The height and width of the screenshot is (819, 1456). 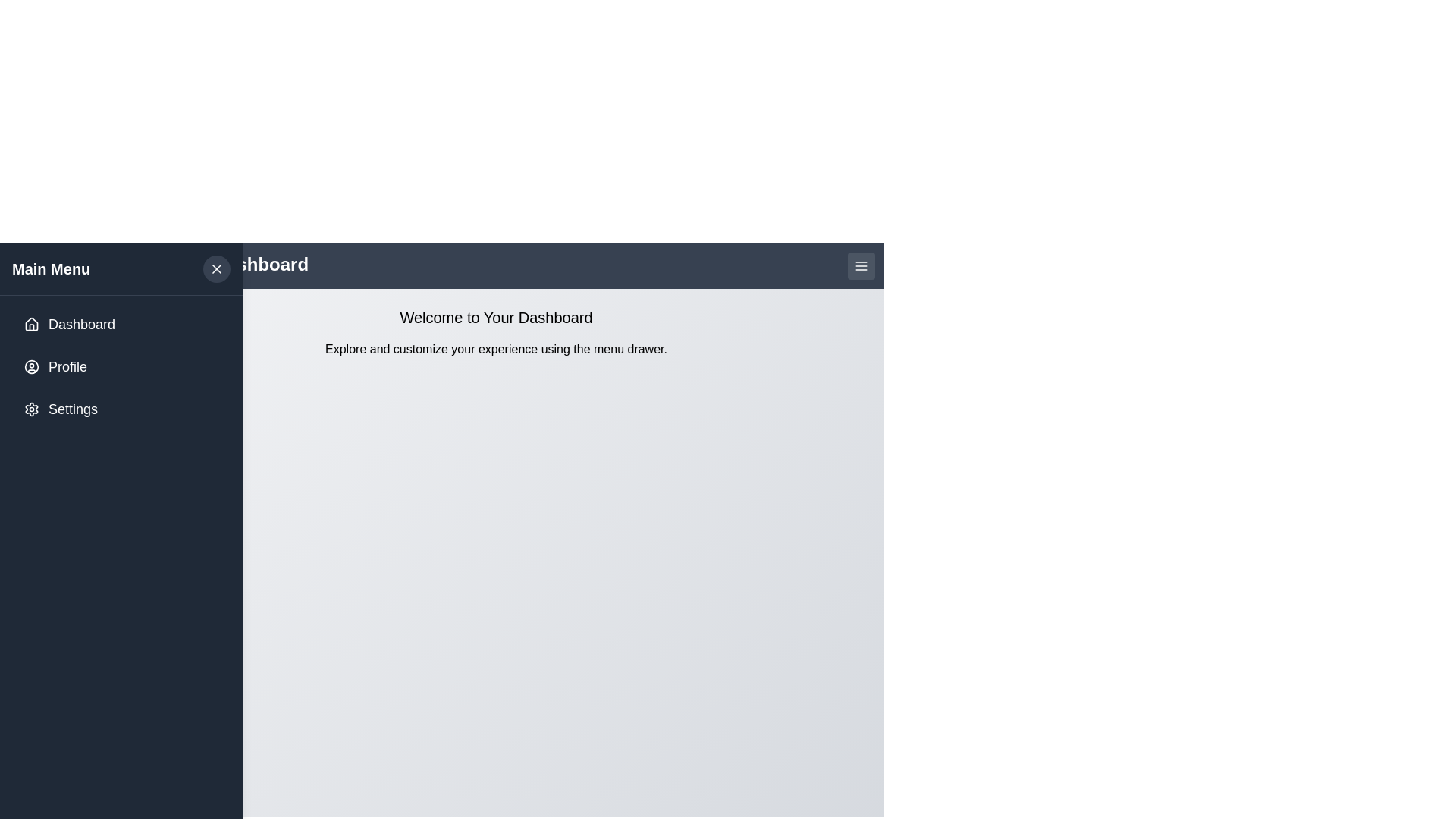 What do you see at coordinates (216, 268) in the screenshot?
I see `the diagonal cross ('X') icon located at the top left corner of the interface inside the sidebar header section, which serves as a close or cancel symbol` at bounding box center [216, 268].